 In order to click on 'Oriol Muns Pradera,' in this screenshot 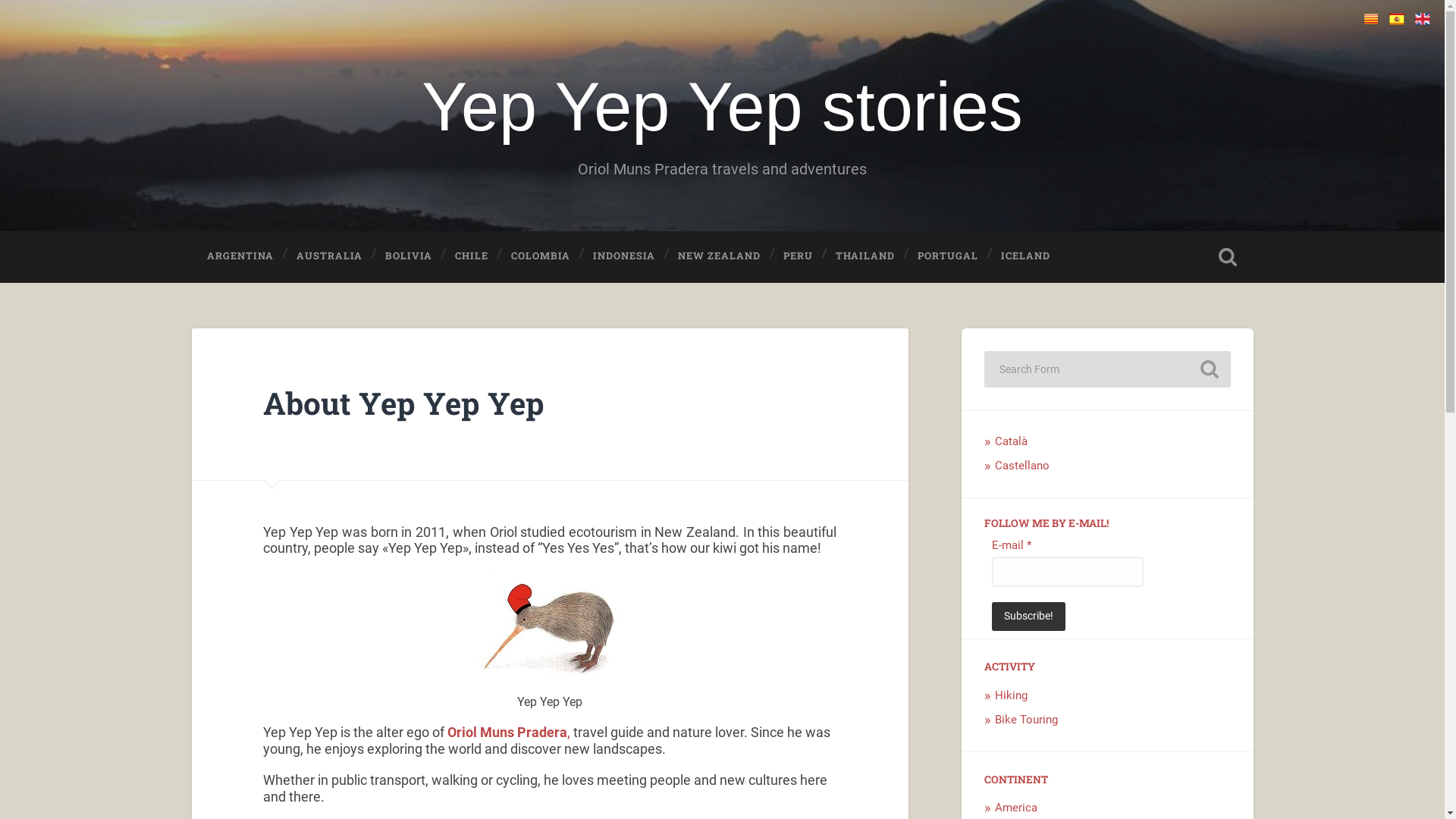, I will do `click(509, 731)`.